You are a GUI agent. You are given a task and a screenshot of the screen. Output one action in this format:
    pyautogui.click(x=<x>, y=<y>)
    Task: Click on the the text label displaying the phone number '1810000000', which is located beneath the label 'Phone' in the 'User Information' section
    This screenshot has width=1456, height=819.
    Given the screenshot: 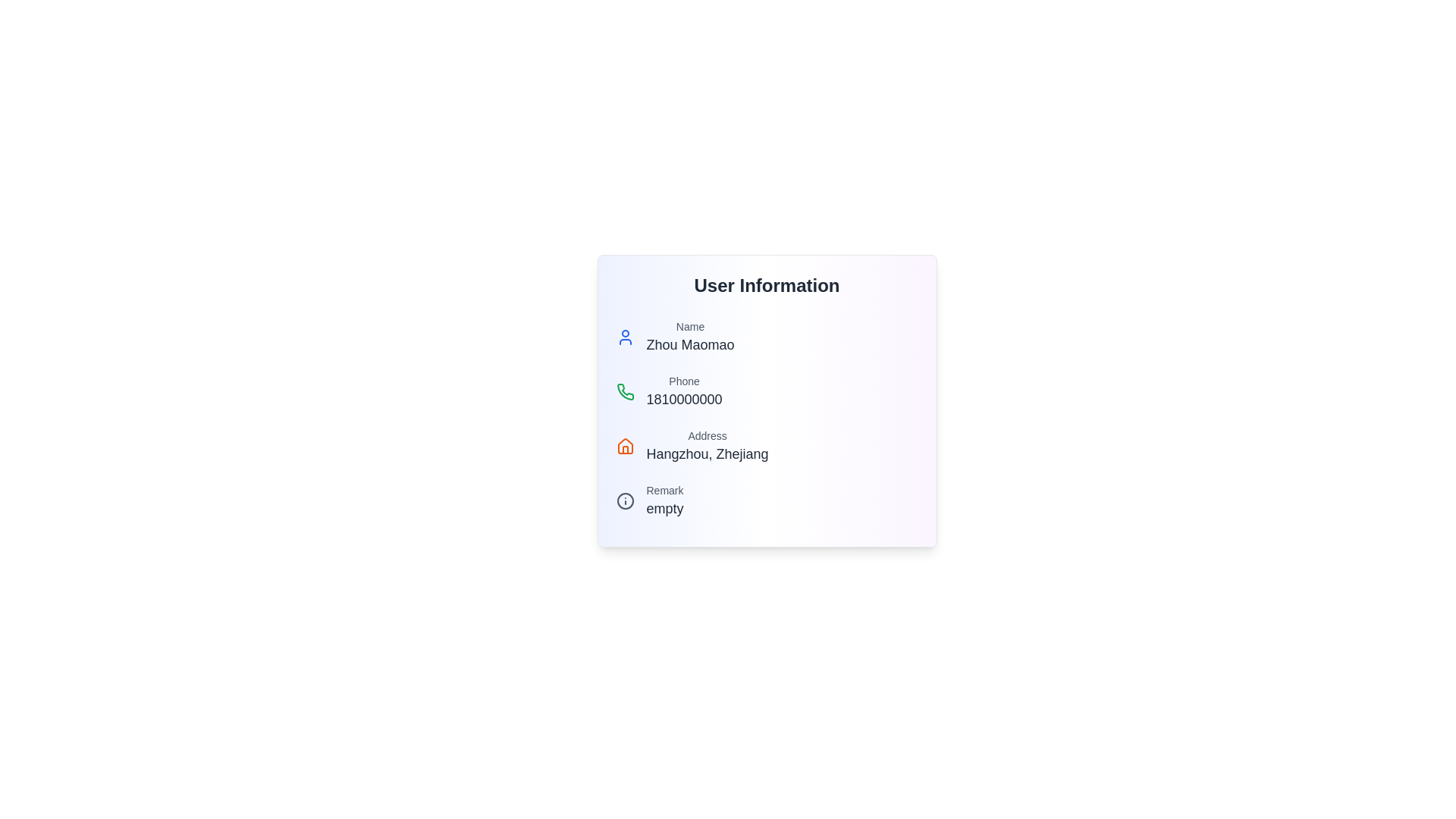 What is the action you would take?
    pyautogui.click(x=683, y=399)
    